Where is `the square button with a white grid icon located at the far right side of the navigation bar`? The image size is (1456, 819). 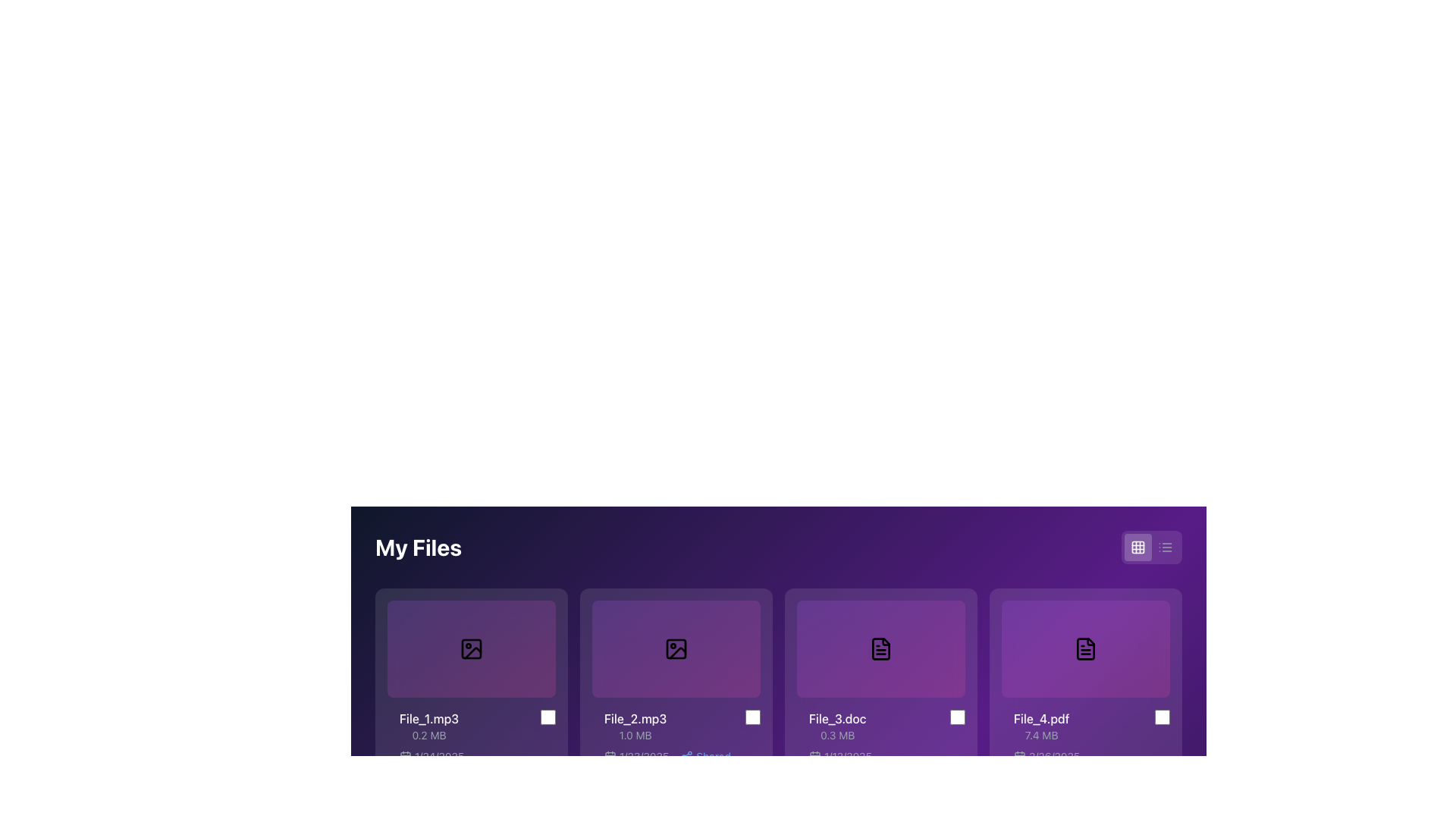
the square button with a white grid icon located at the far right side of the navigation bar is located at coordinates (1138, 547).